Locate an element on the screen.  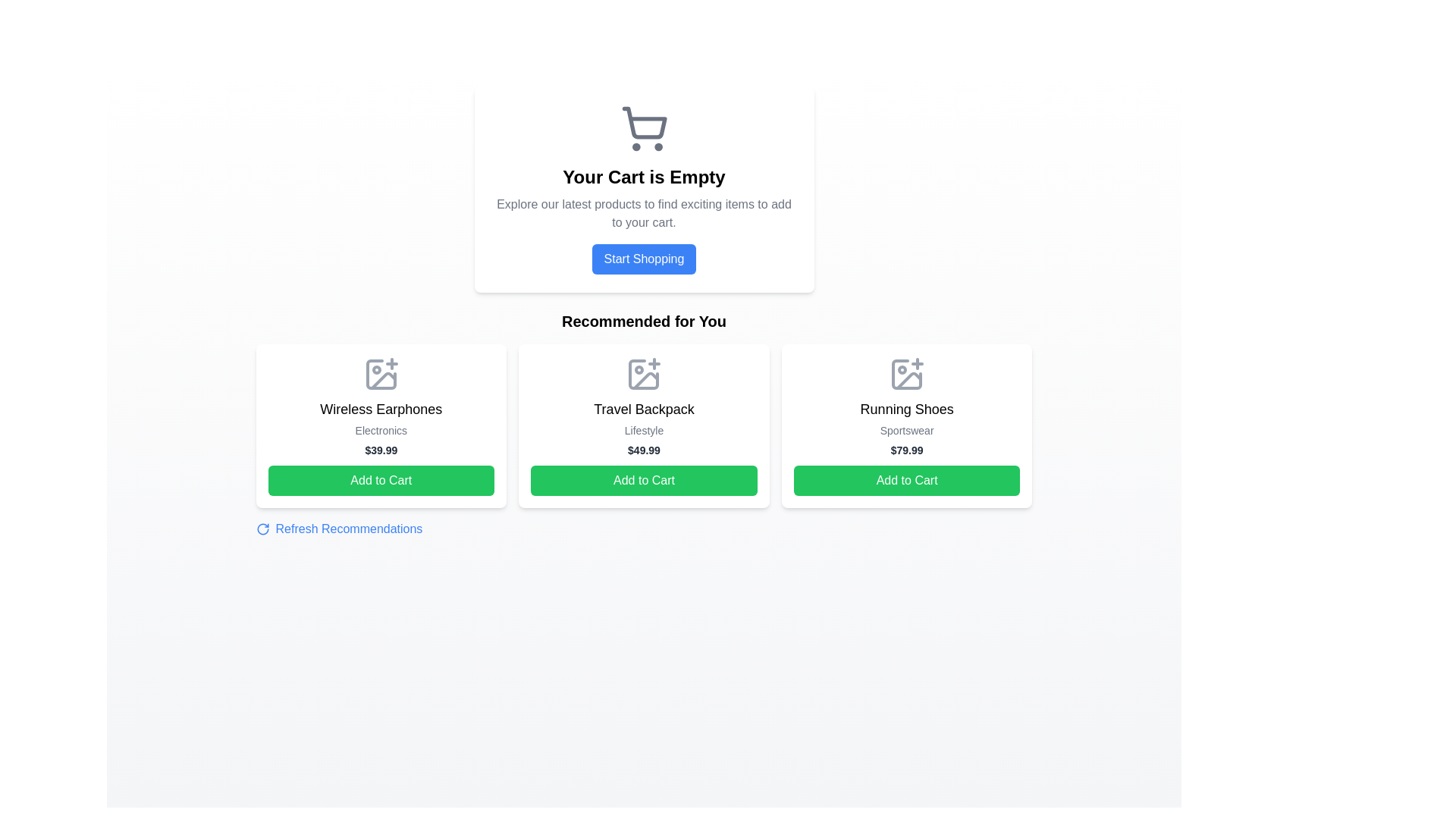
the text label displaying 'Electronics' located in the top-left of the 'Recommended for You' section, positioned beneath 'Wireless Earphones' and above the price '$39.99' is located at coordinates (381, 430).